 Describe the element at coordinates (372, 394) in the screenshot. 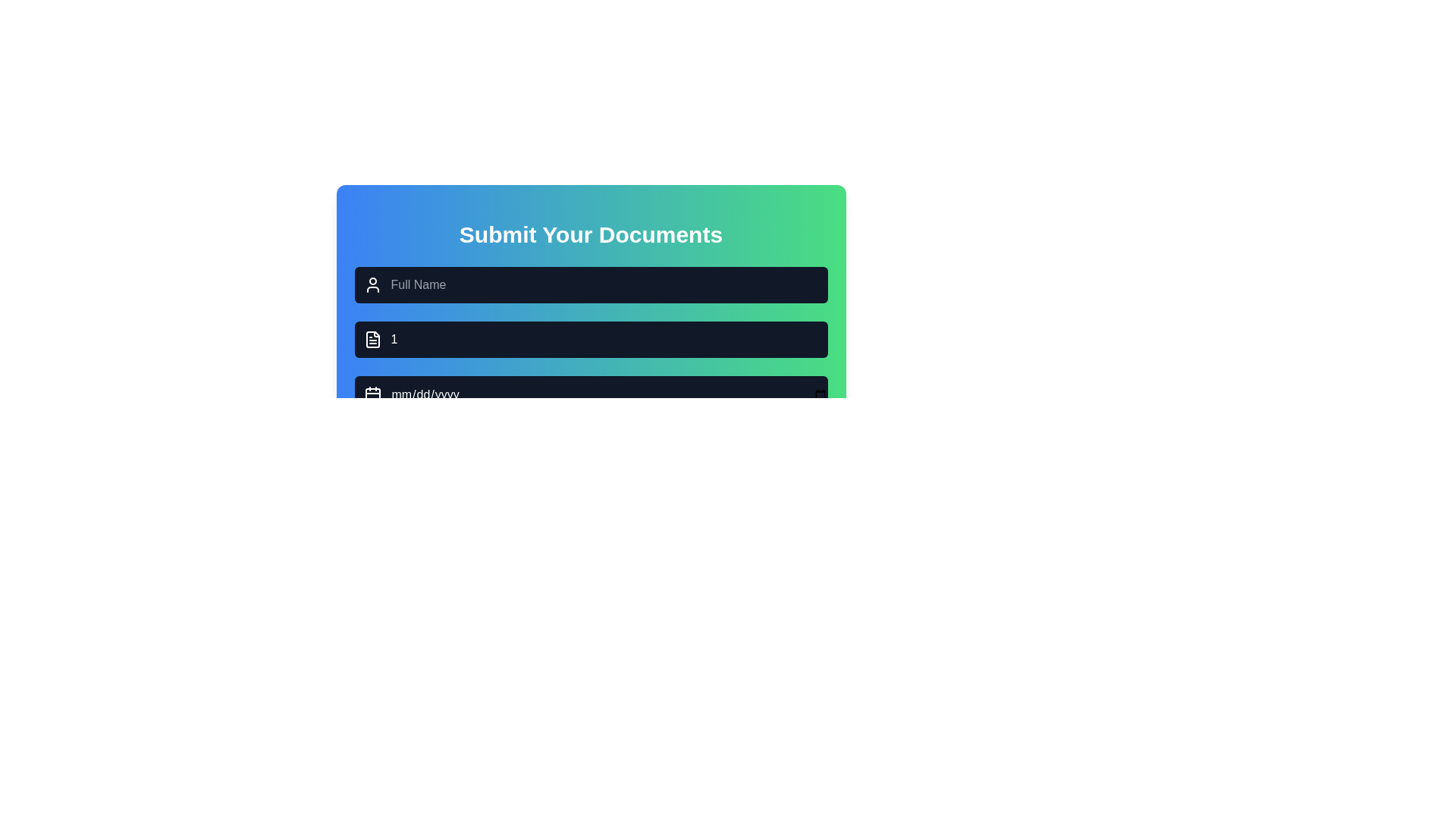

I see `the date input icon located to the left of the date input field under the 'Submit Your Documents' heading` at that location.